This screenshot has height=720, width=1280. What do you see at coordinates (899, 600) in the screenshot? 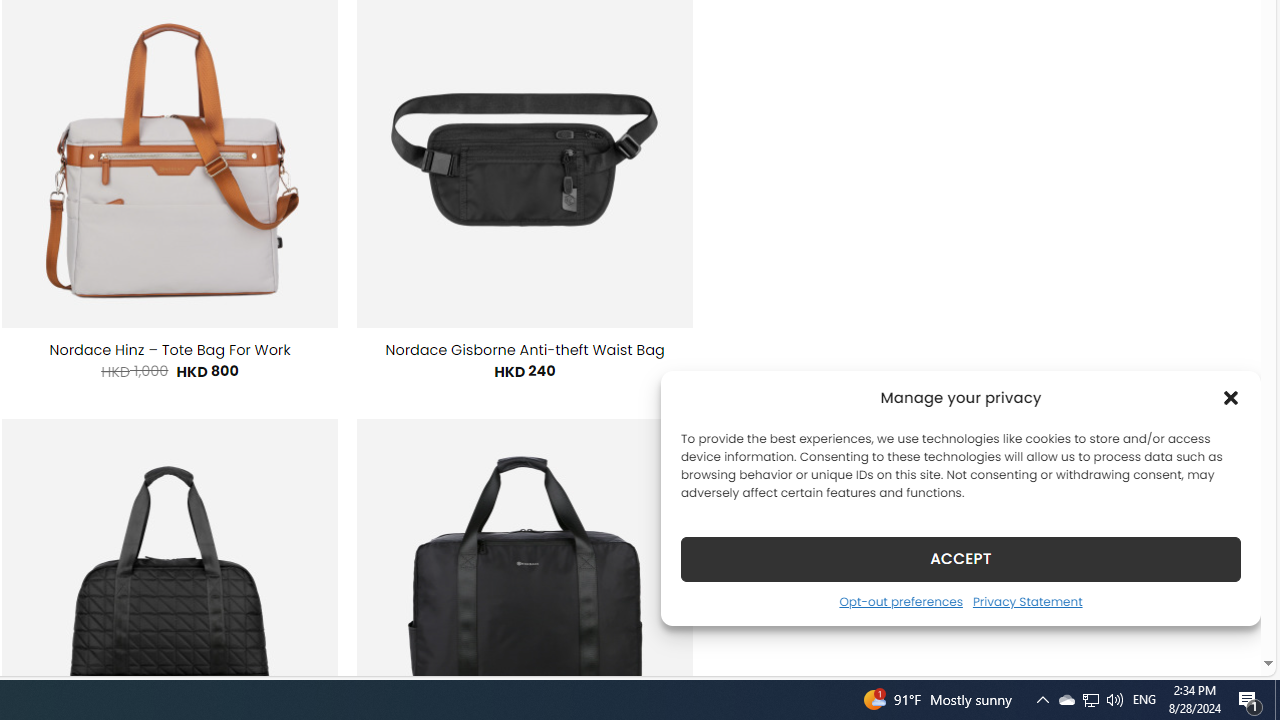
I see `'Opt-out preferences'` at bounding box center [899, 600].